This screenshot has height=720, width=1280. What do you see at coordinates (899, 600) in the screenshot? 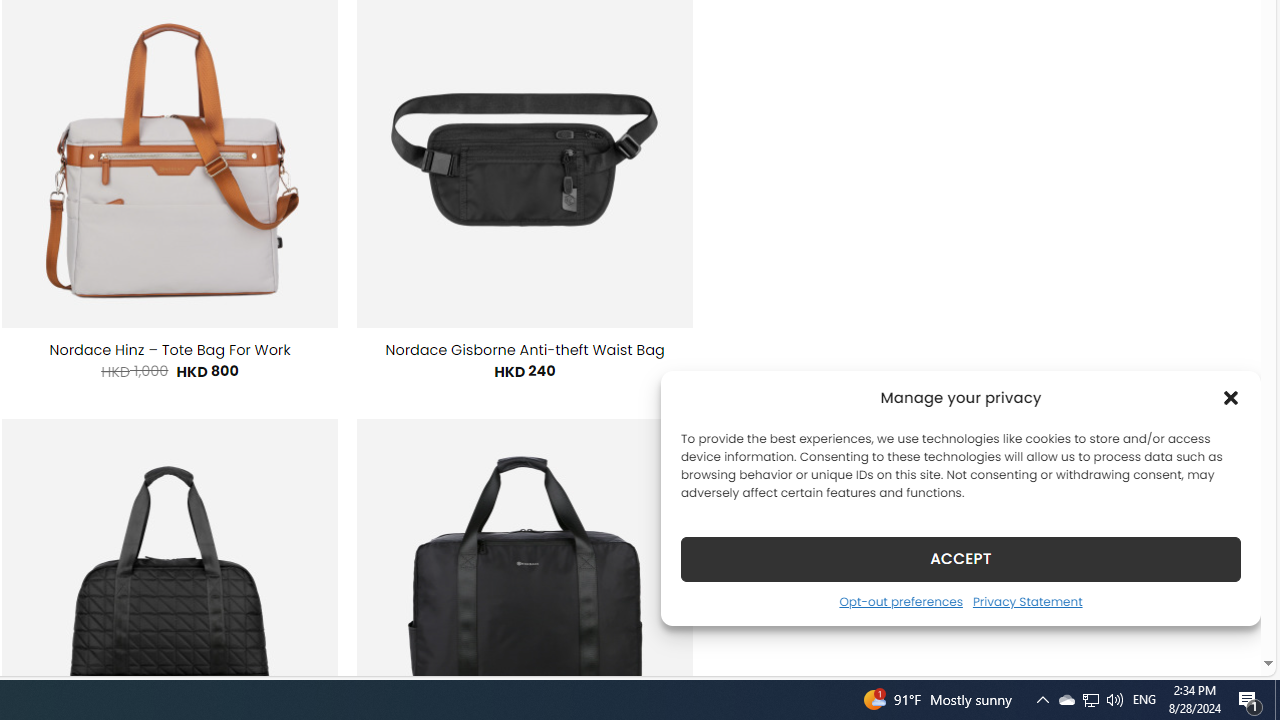
I see `'Opt-out preferences'` at bounding box center [899, 600].